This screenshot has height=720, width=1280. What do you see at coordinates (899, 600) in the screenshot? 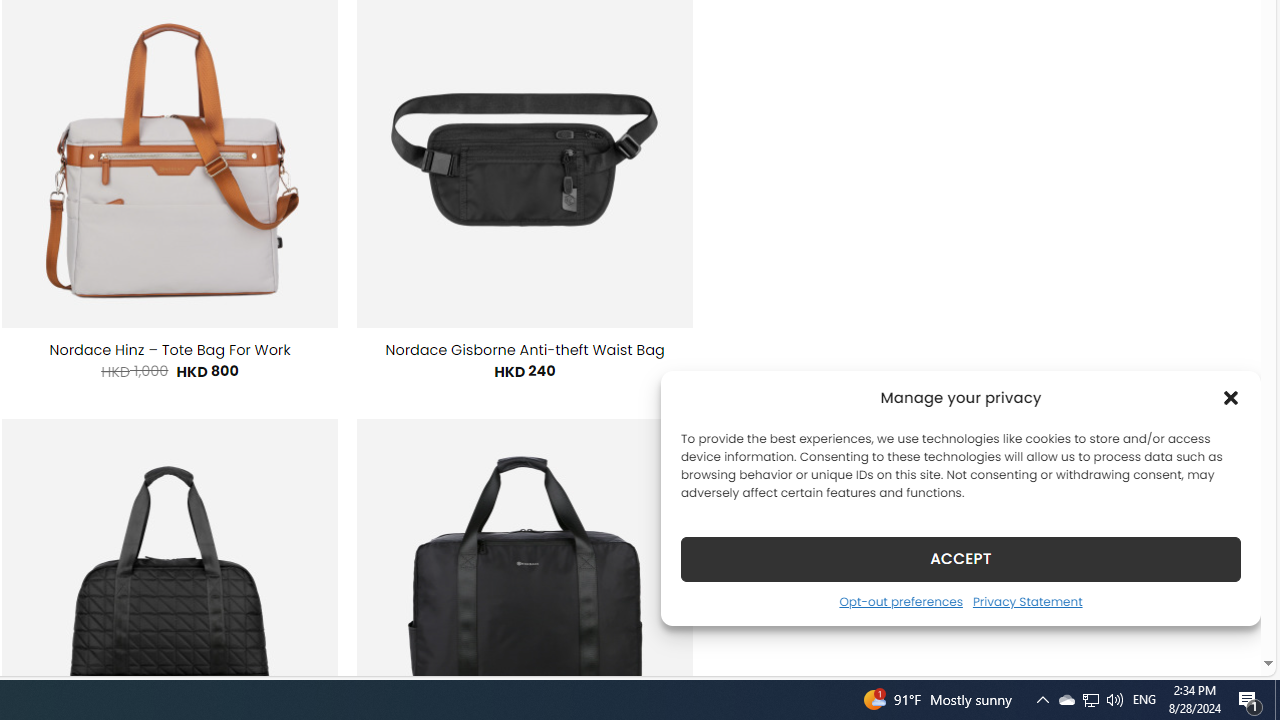
I see `'Opt-out preferences'` at bounding box center [899, 600].